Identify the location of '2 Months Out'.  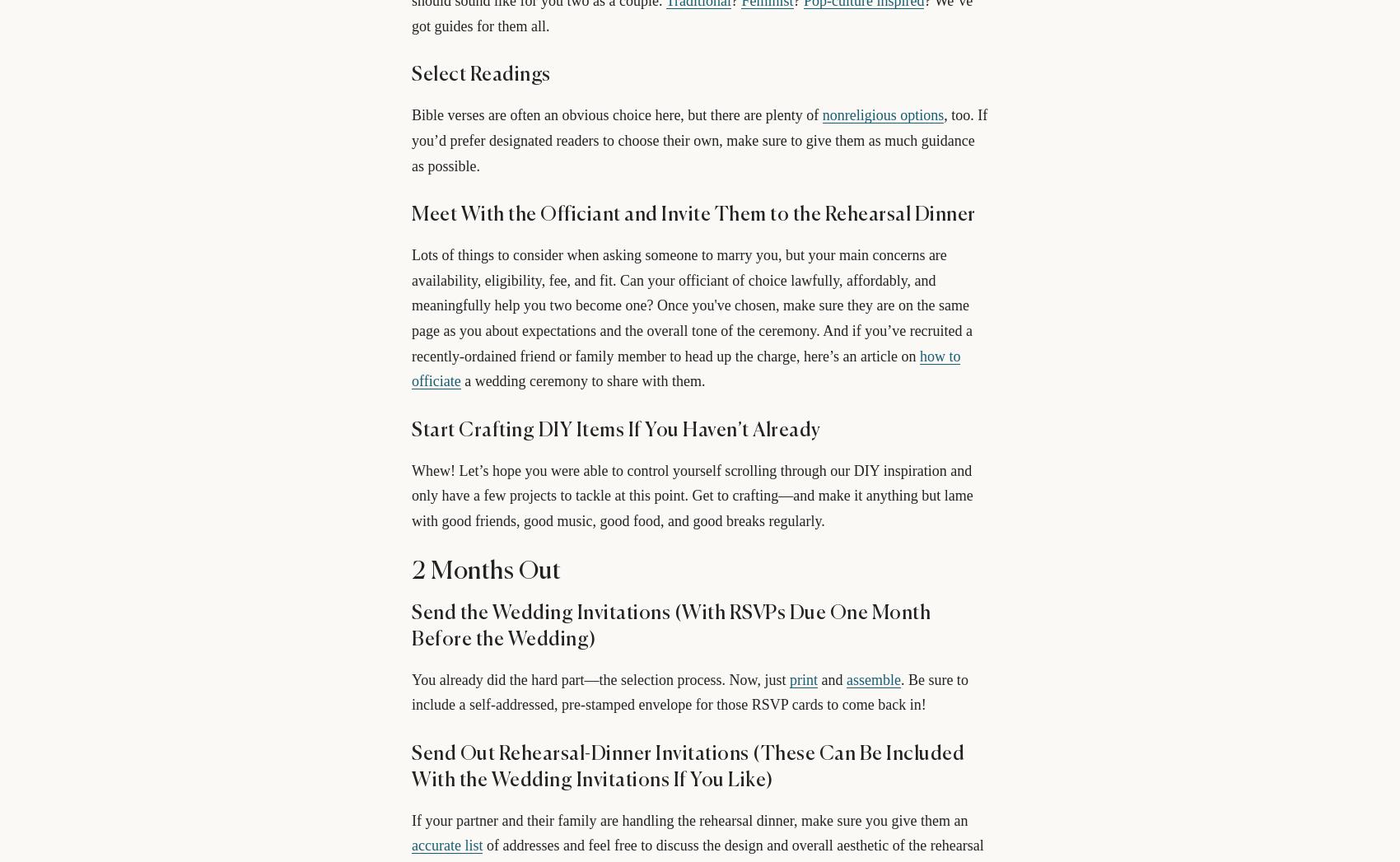
(485, 570).